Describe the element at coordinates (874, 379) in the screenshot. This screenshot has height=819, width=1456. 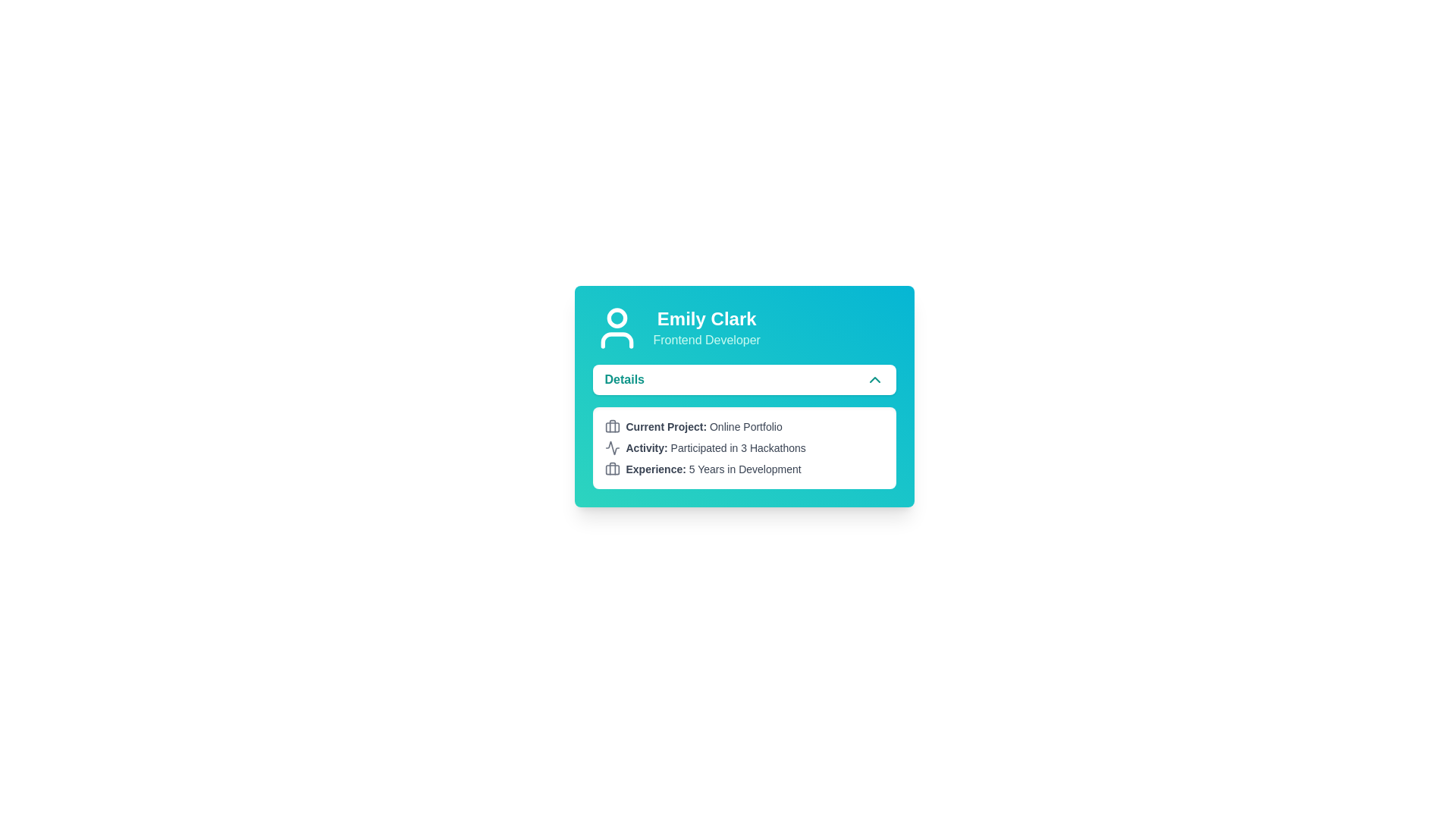
I see `the right-aligned icon in the header of the teal card labeled 'Details'` at that location.